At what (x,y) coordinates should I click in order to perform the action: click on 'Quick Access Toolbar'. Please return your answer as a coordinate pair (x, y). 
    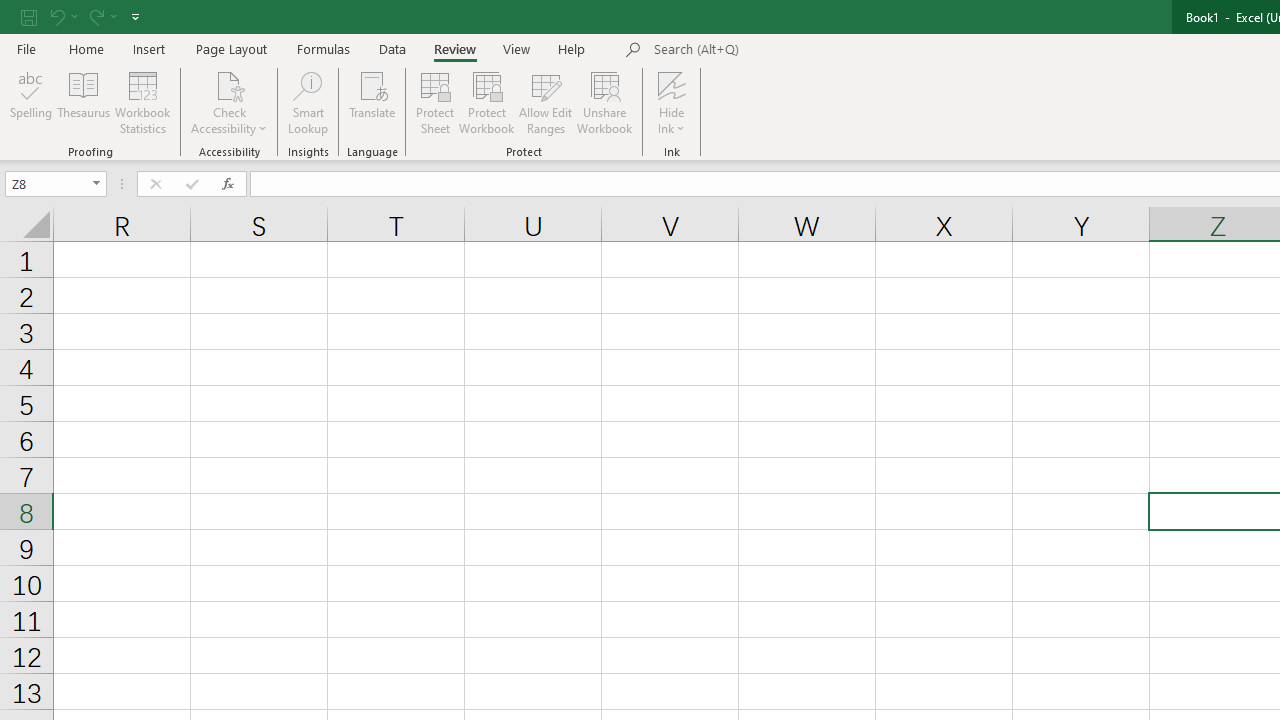
    Looking at the image, I should click on (81, 16).